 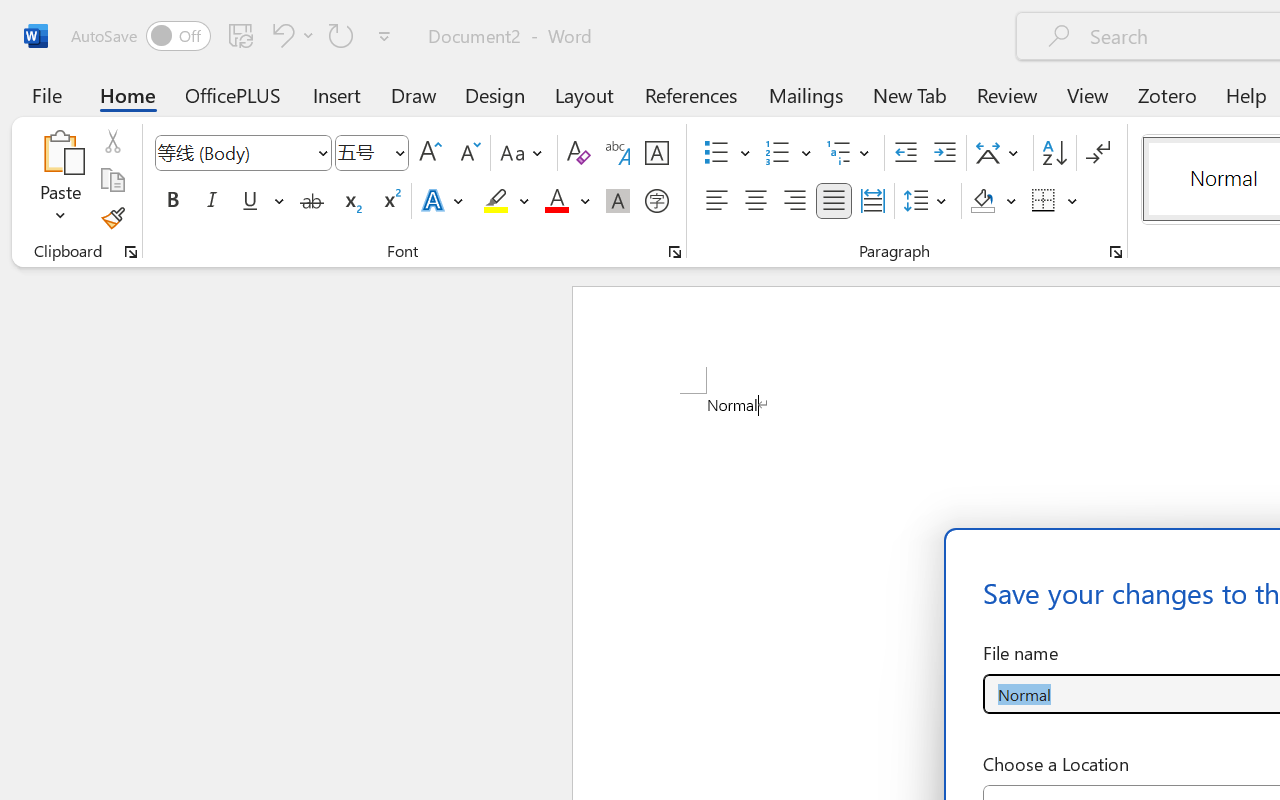 I want to click on 'Character Shading', so click(x=617, y=201).